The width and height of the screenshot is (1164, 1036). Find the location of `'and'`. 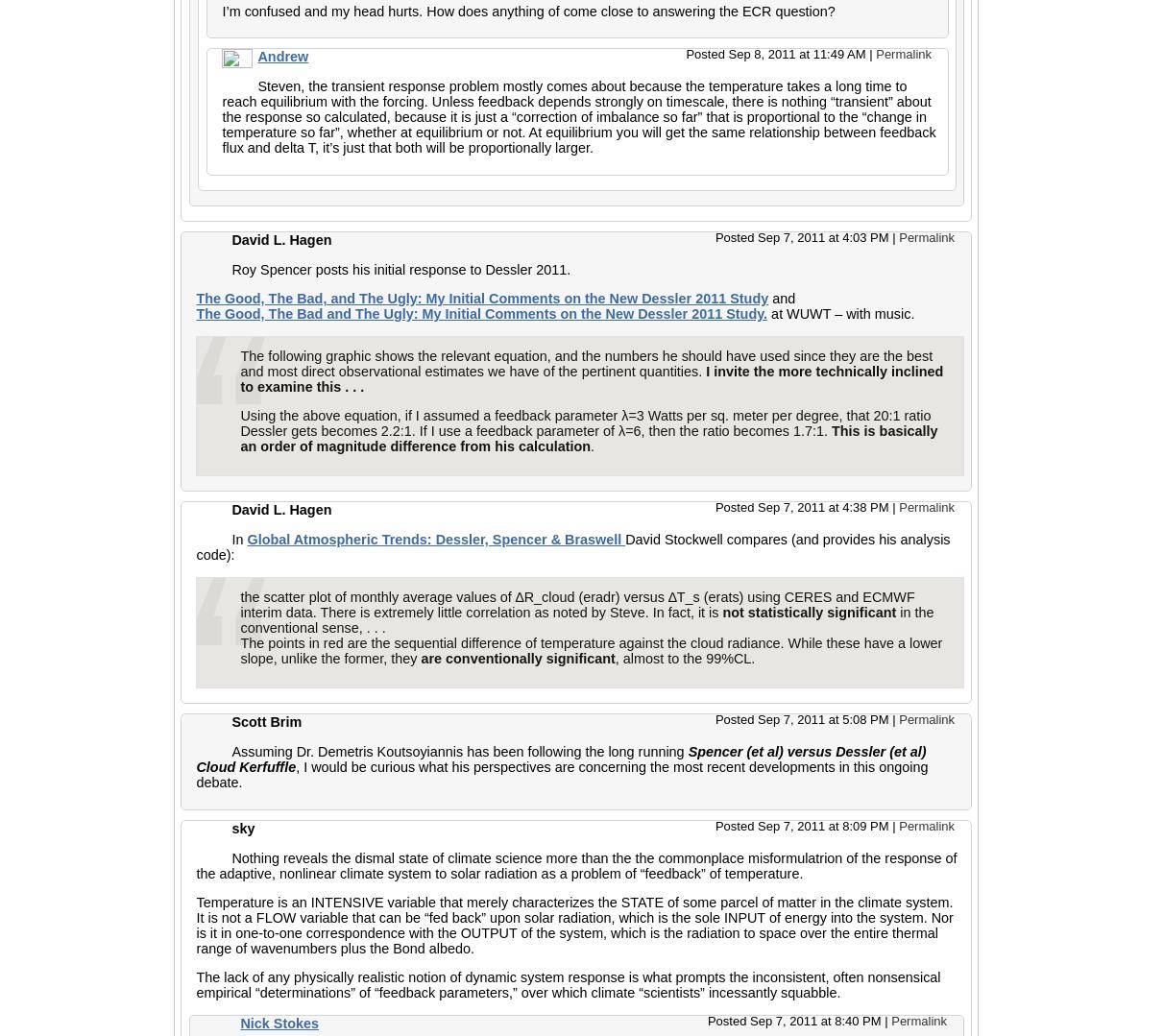

'and' is located at coordinates (780, 297).